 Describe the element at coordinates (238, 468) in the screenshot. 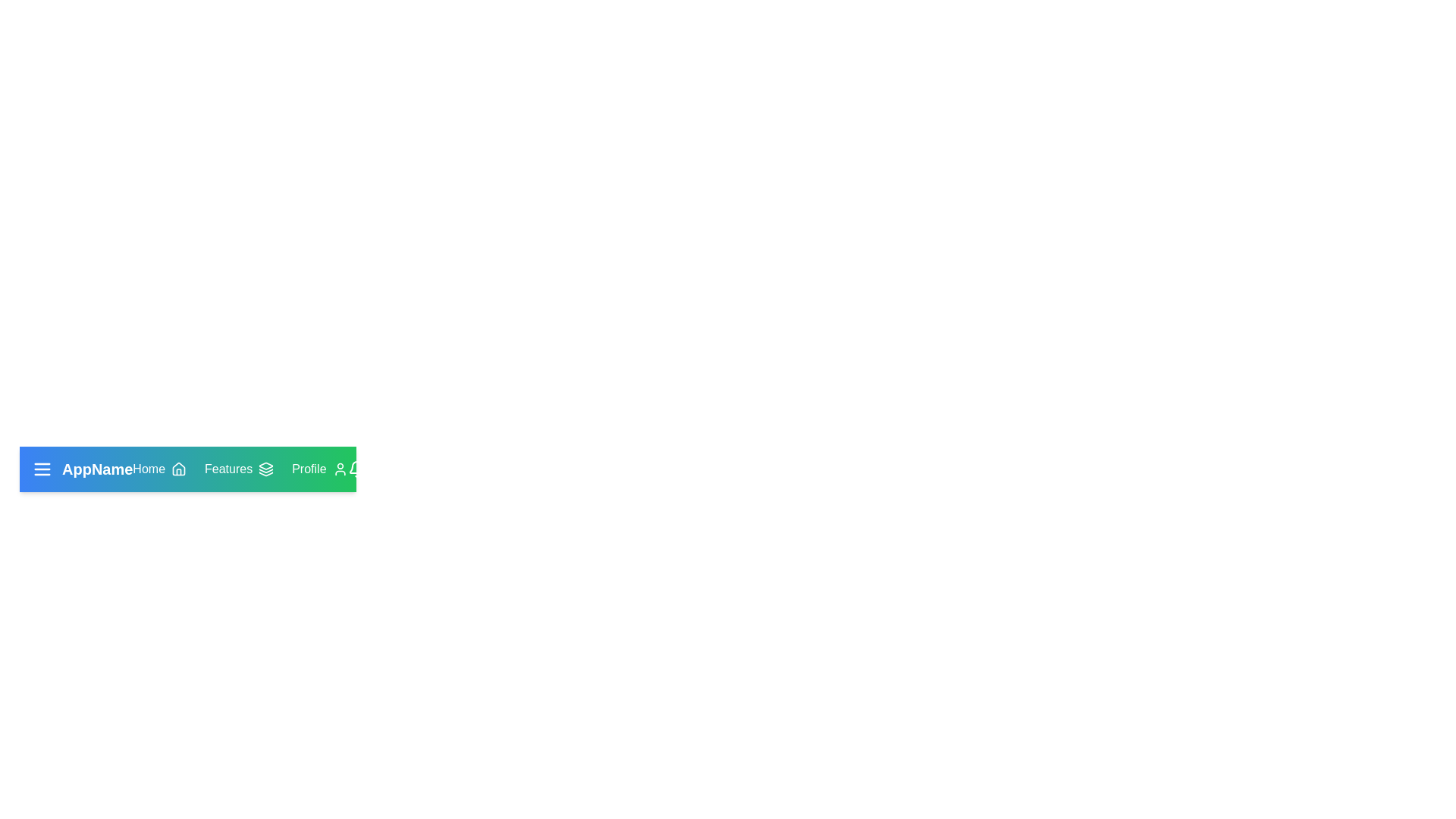

I see `the 'Features' button in the AppBar` at that location.